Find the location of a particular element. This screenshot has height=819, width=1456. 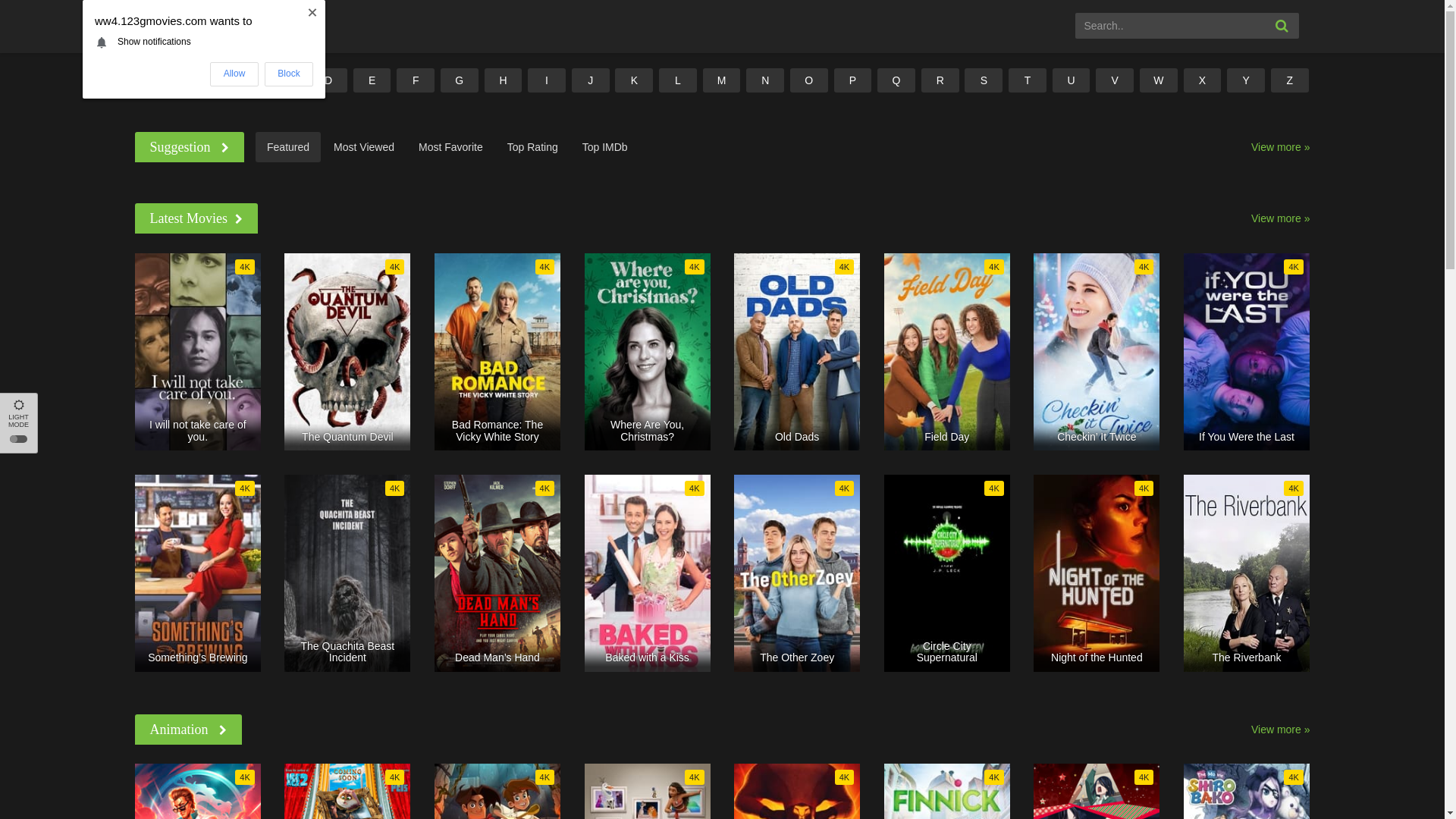

'4K is located at coordinates (196, 351).